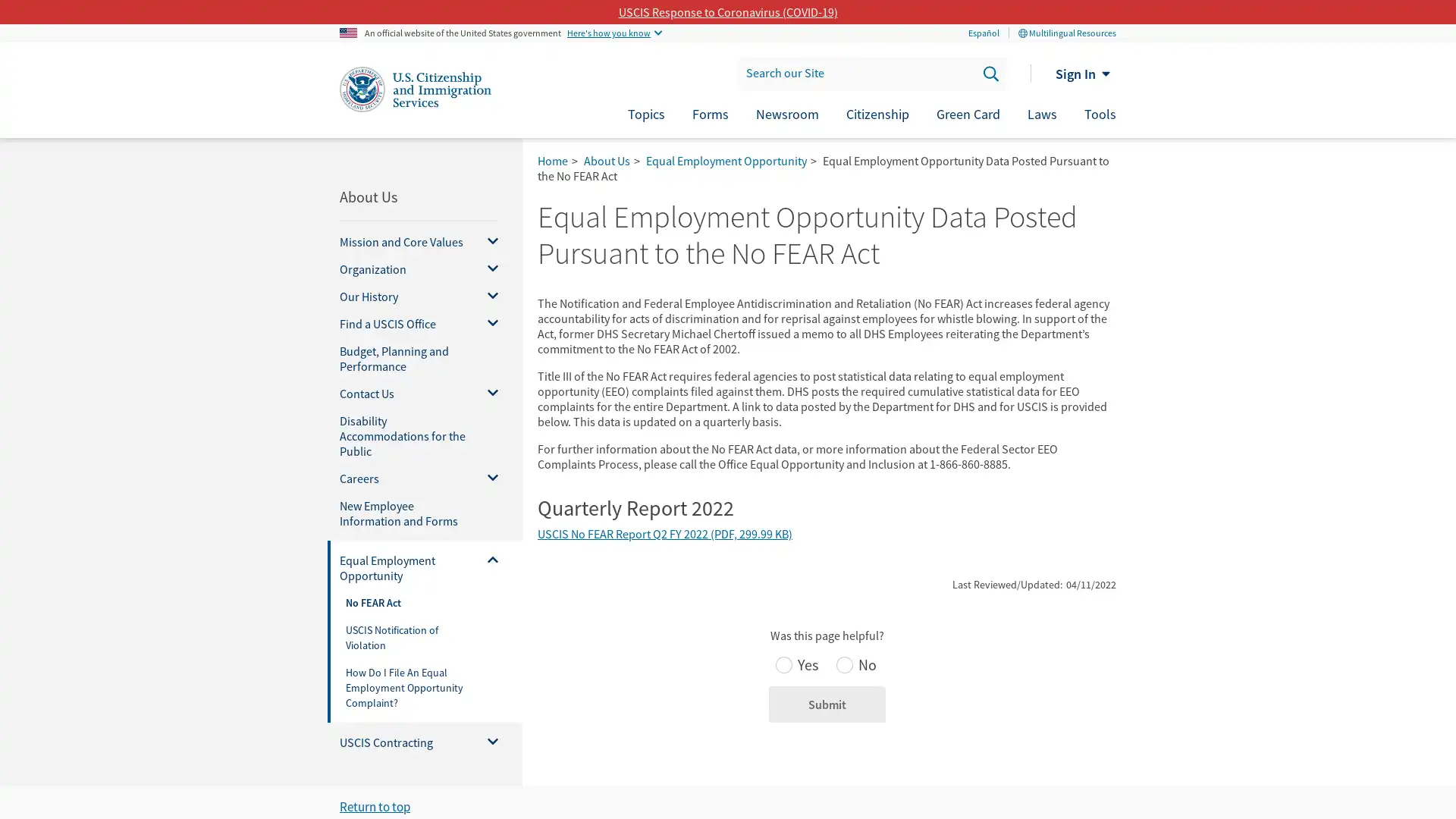  Describe the element at coordinates (487, 742) in the screenshot. I see `Toggle menu for USCIS Contracting` at that location.